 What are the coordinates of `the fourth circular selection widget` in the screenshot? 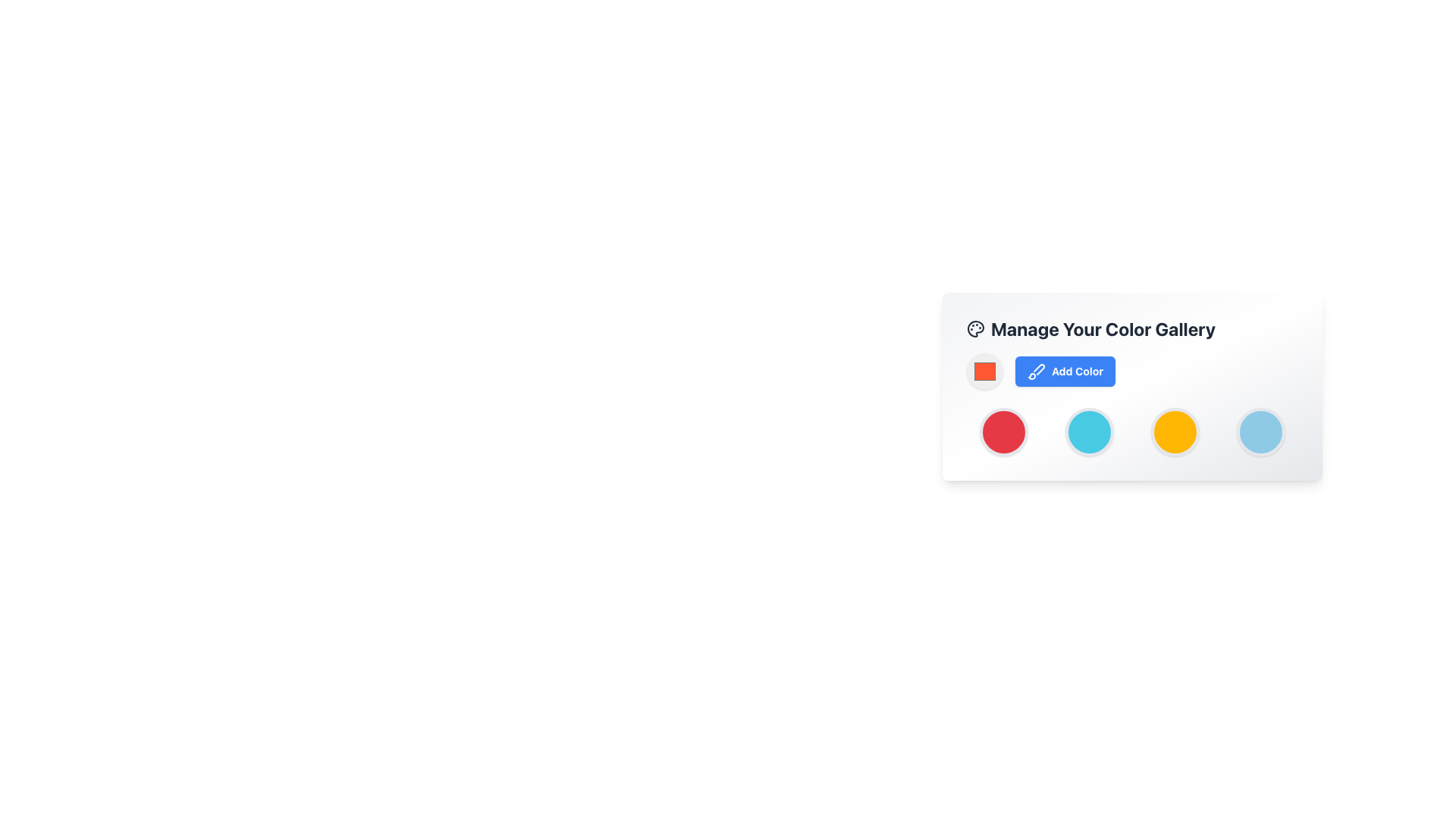 It's located at (1261, 432).